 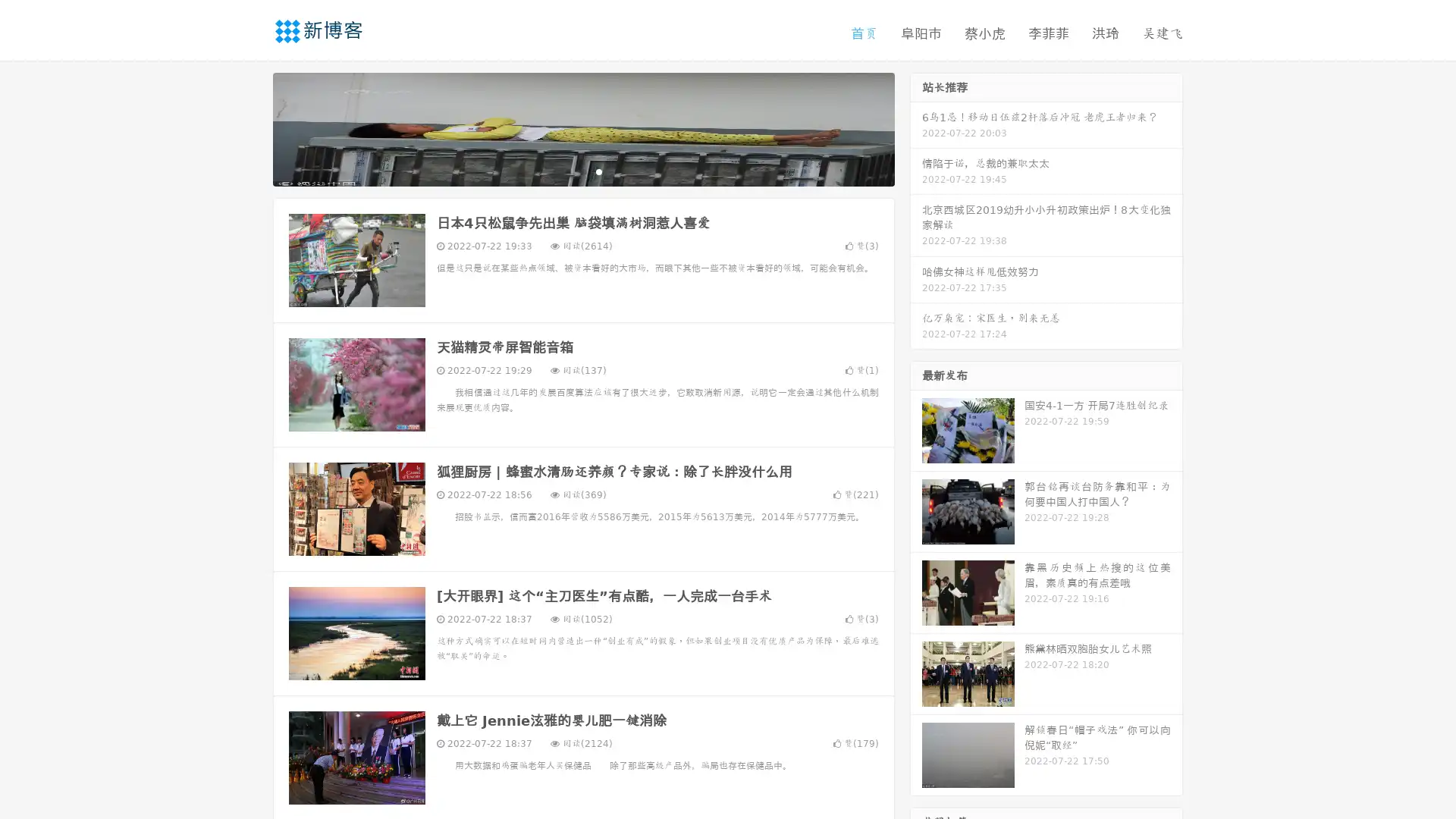 I want to click on Go to slide 3, so click(x=598, y=171).